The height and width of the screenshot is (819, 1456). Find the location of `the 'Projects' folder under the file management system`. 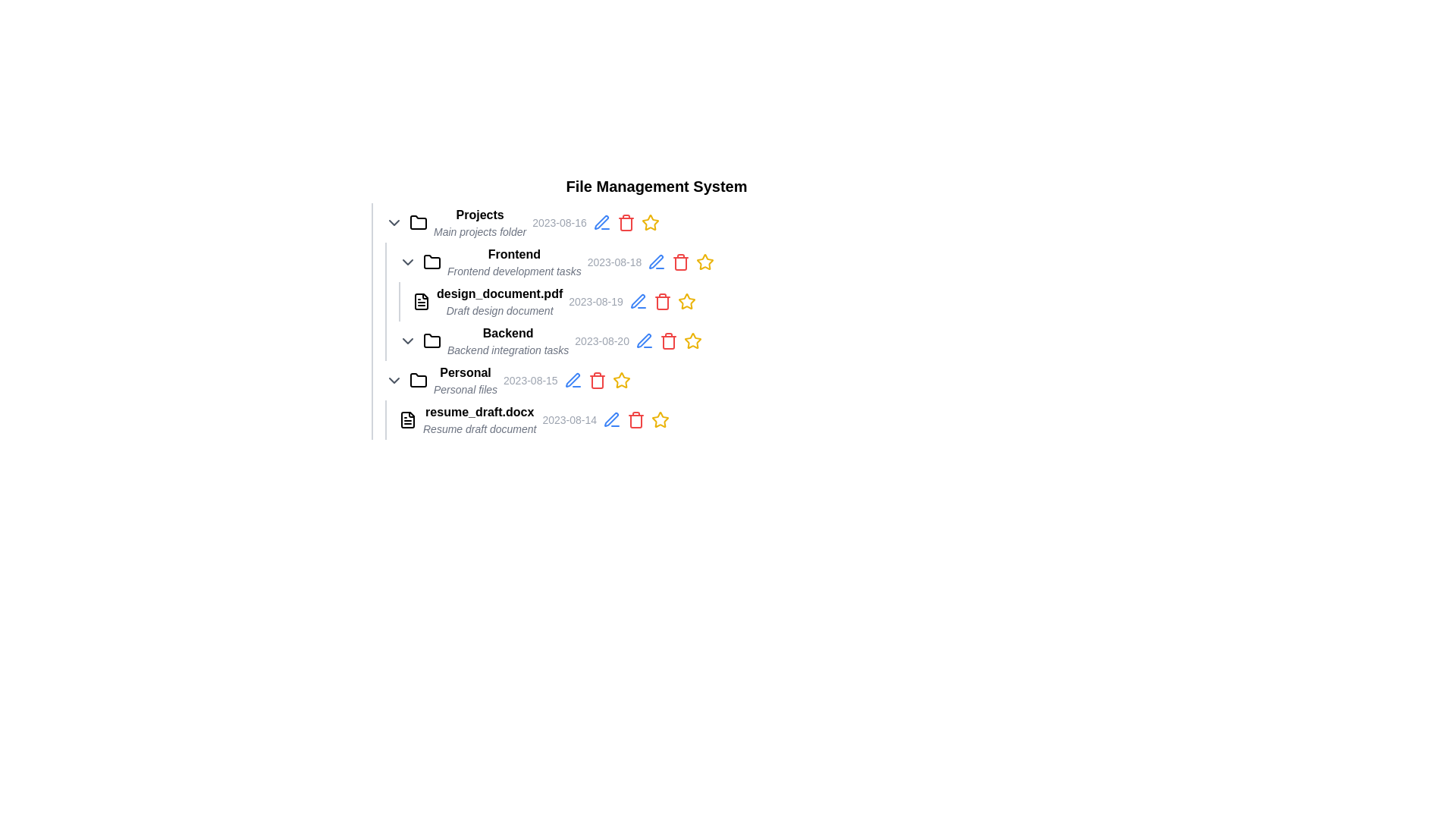

the 'Projects' folder under the file management system is located at coordinates (656, 281).